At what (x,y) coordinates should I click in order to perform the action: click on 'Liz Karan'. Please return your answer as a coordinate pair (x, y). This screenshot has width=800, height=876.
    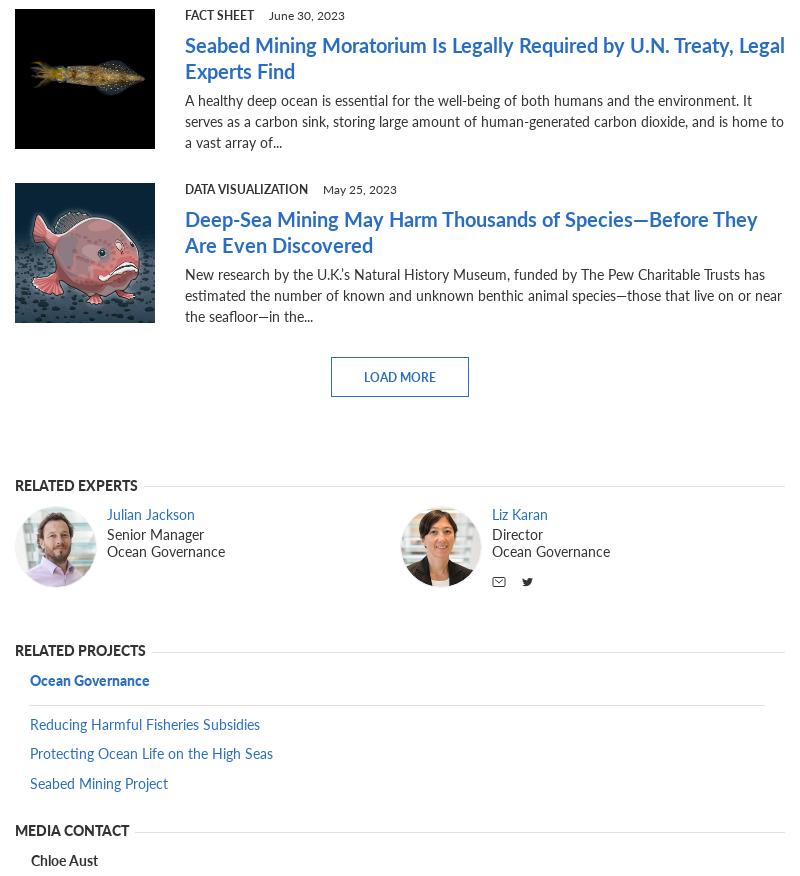
    Looking at the image, I should click on (519, 514).